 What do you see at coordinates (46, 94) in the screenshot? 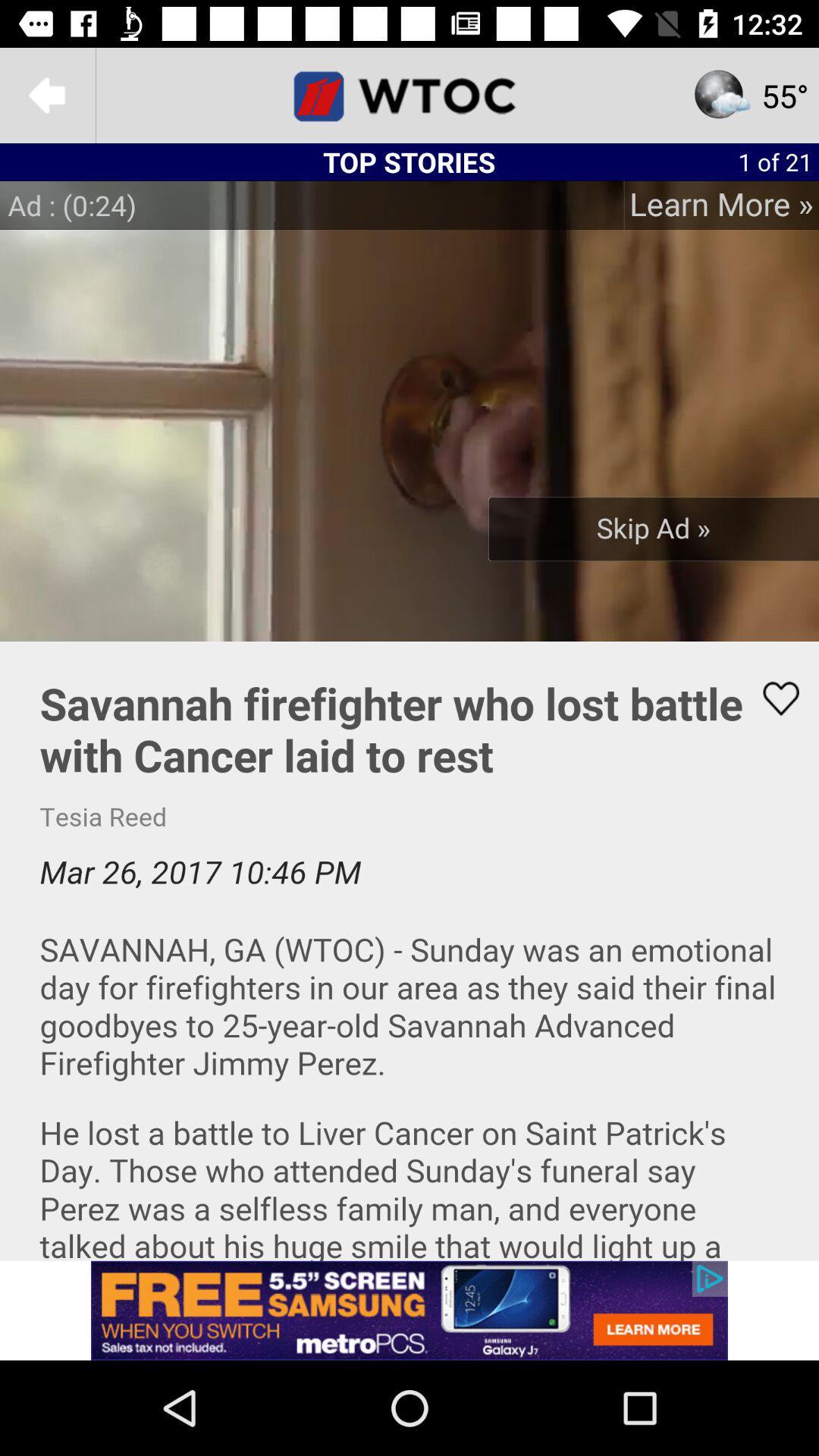
I see `go back` at bounding box center [46, 94].